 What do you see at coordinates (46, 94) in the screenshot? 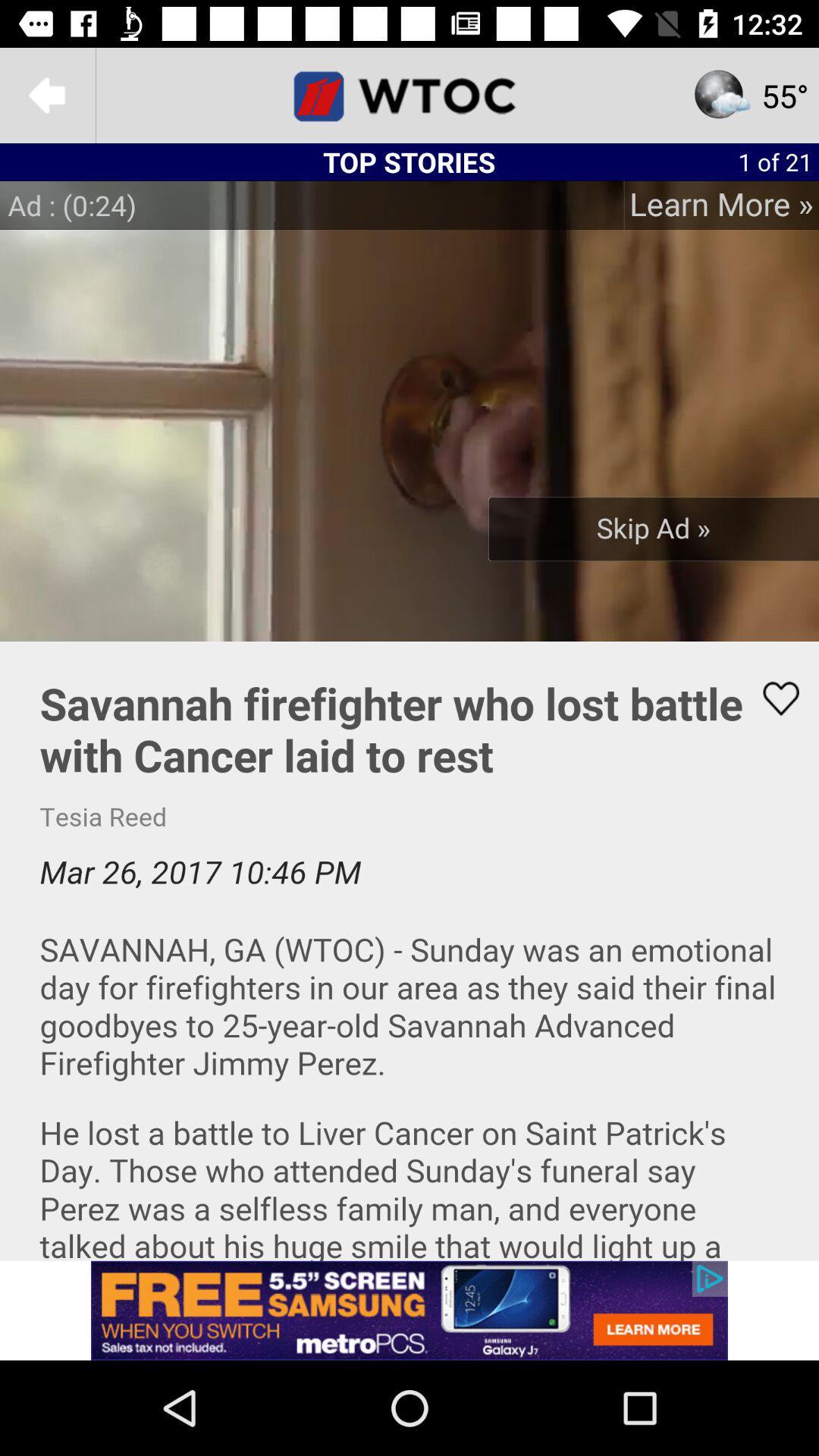
I see `go back` at bounding box center [46, 94].